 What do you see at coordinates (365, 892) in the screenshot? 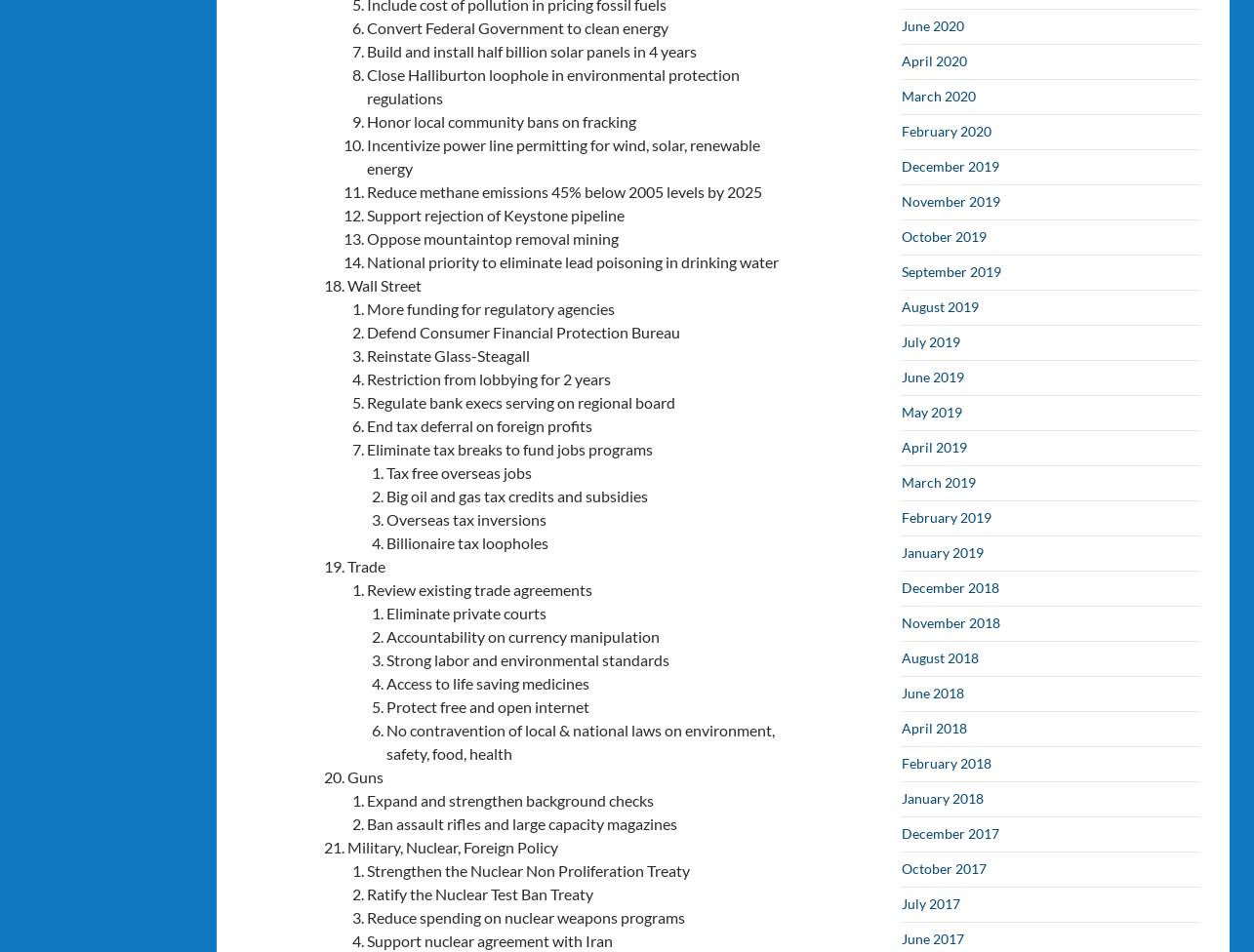
I see `'Ratify the Nuclear Test Ban Treaty'` at bounding box center [365, 892].